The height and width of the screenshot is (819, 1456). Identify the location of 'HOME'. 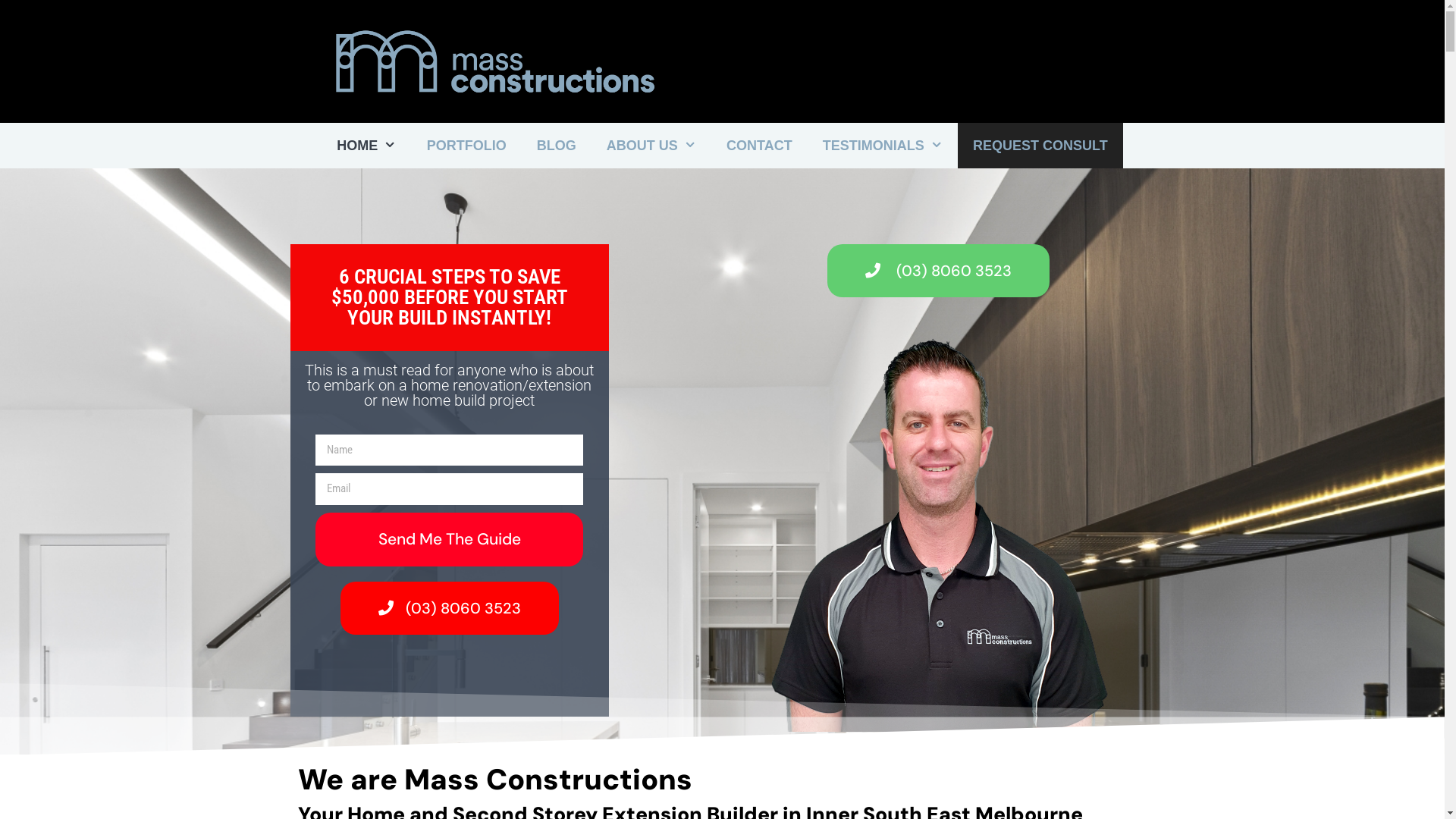
(366, 146).